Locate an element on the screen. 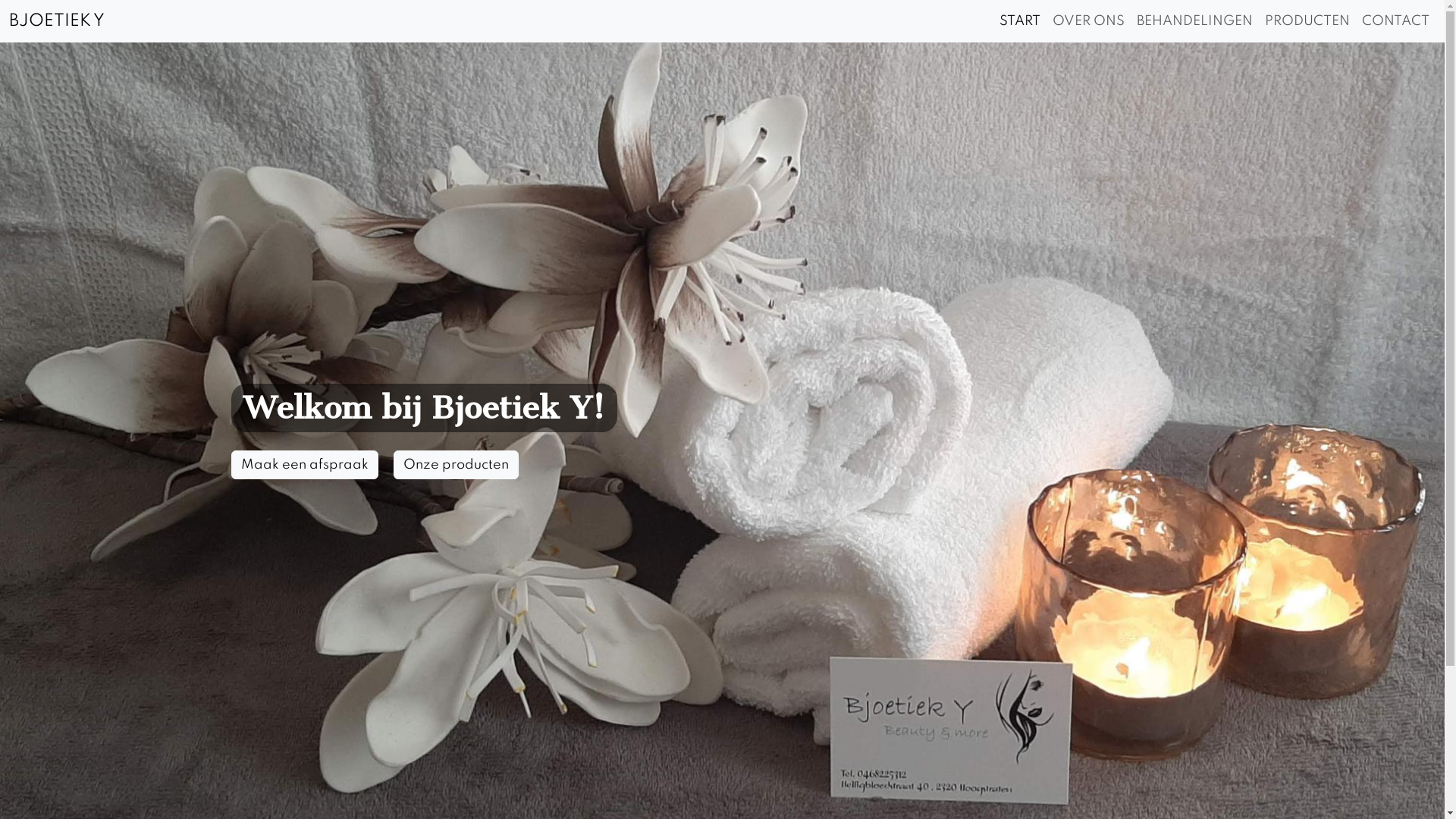 This screenshot has height=819, width=1456. 'BJOETIEK Y' is located at coordinates (57, 20).